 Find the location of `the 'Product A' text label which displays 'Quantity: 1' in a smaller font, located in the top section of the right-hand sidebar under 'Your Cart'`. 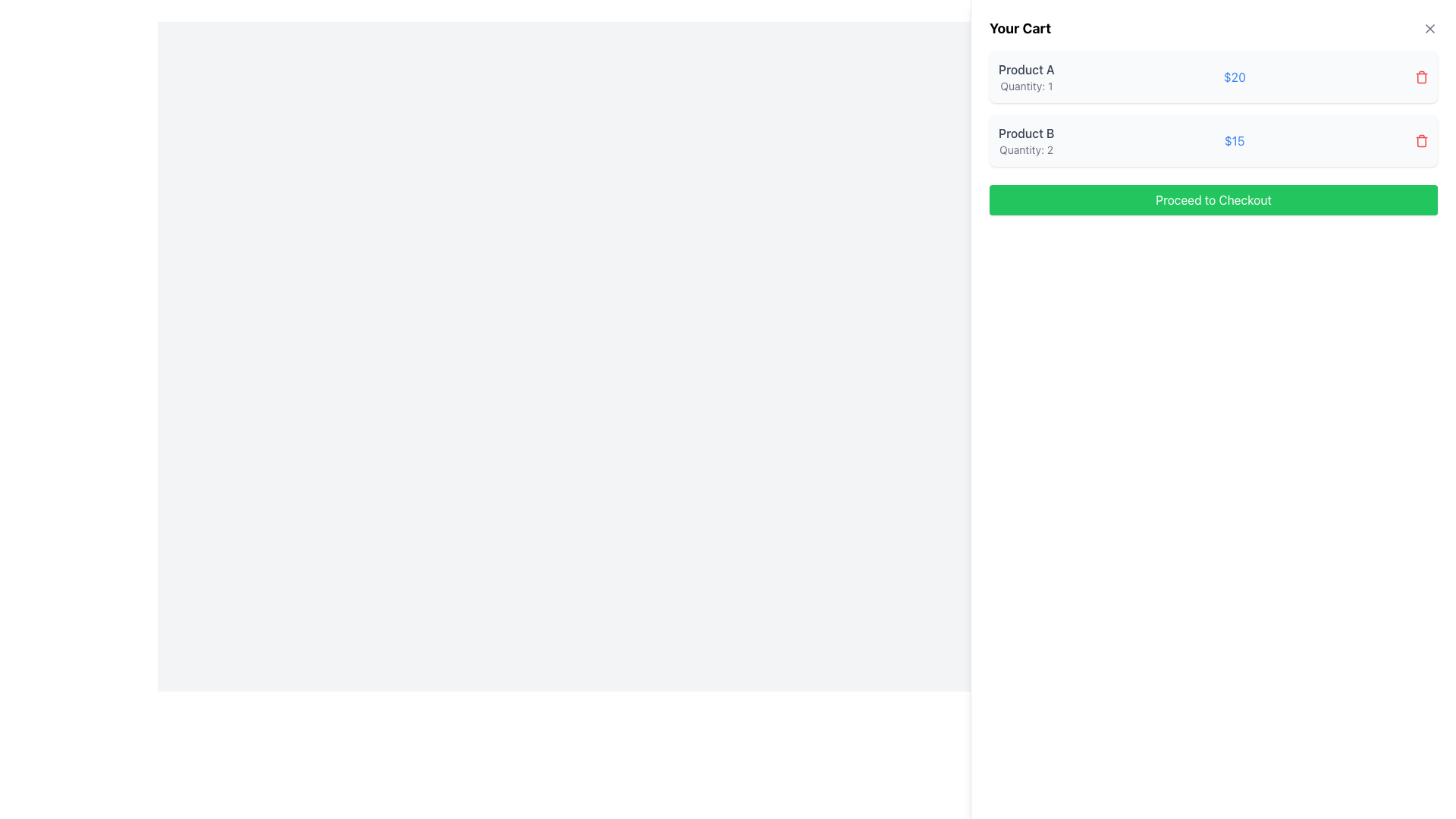

the 'Product A' text label which displays 'Quantity: 1' in a smaller font, located in the top section of the right-hand sidebar under 'Your Cart' is located at coordinates (1026, 77).